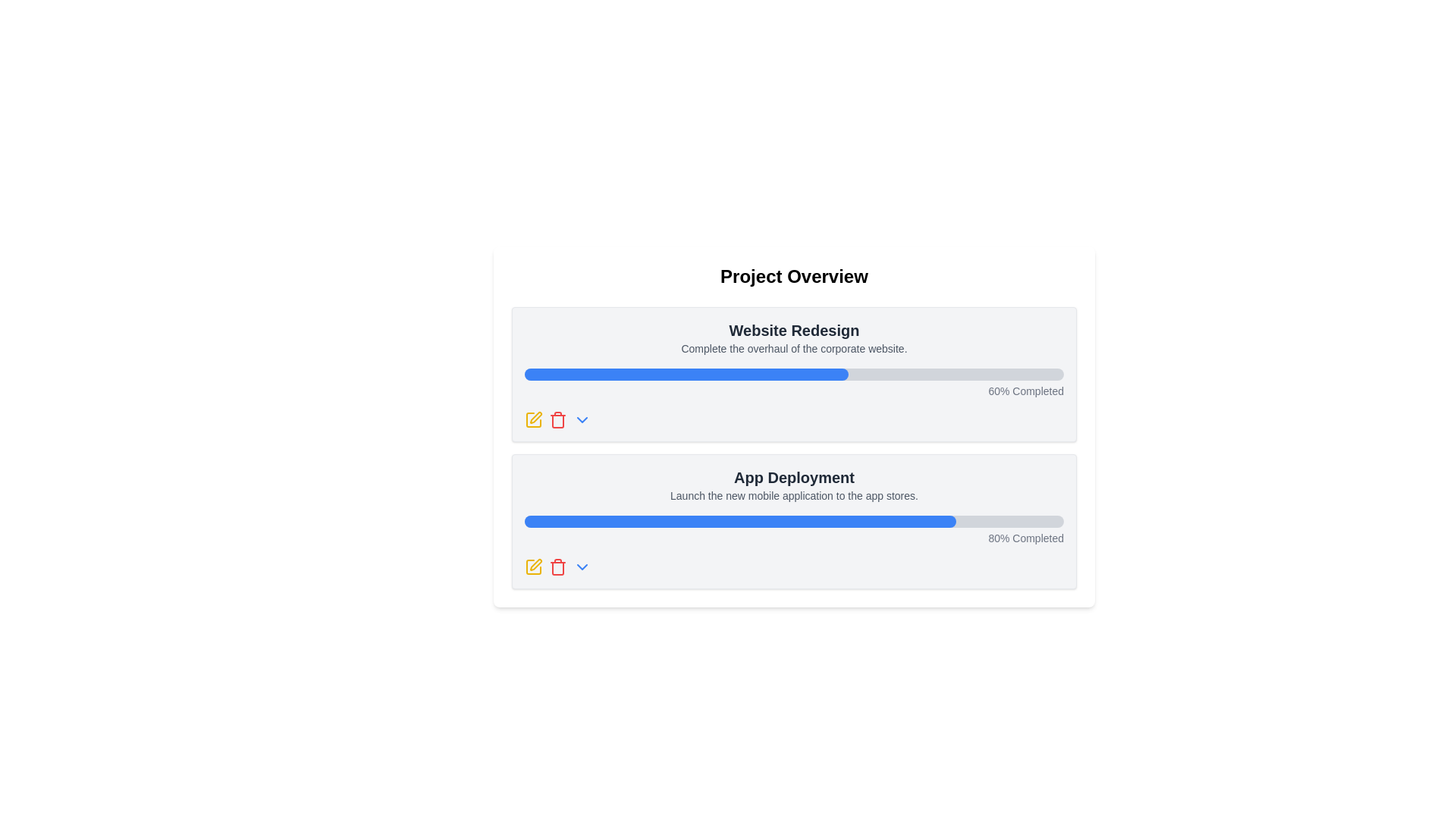  Describe the element at coordinates (793, 348) in the screenshot. I see `the static text element that reads 'Complete the overhaul of the corporate website.' which is located below the header 'Website Redesign'` at that location.